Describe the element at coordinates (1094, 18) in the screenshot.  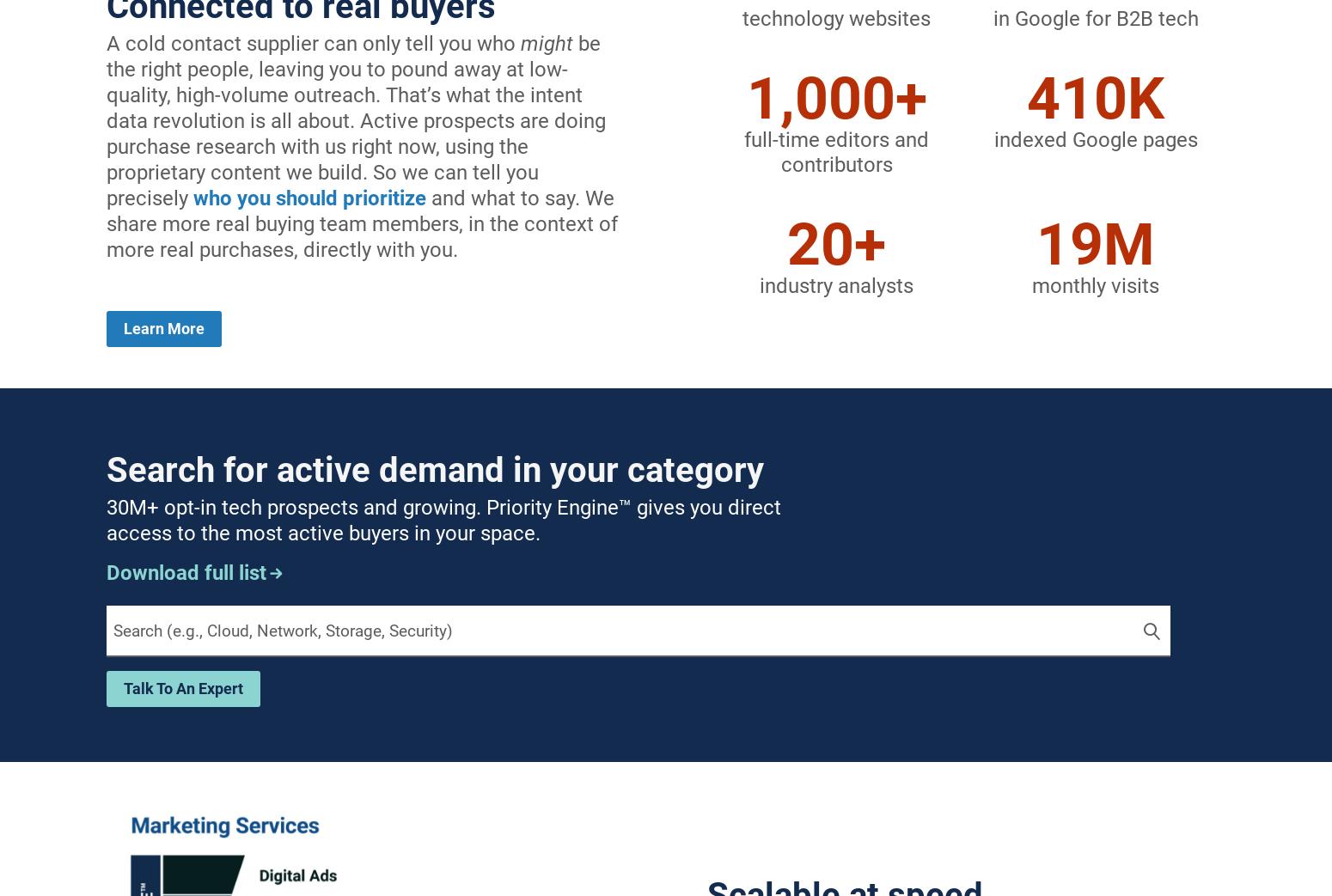
I see `'in Google for B2B tech'` at that location.